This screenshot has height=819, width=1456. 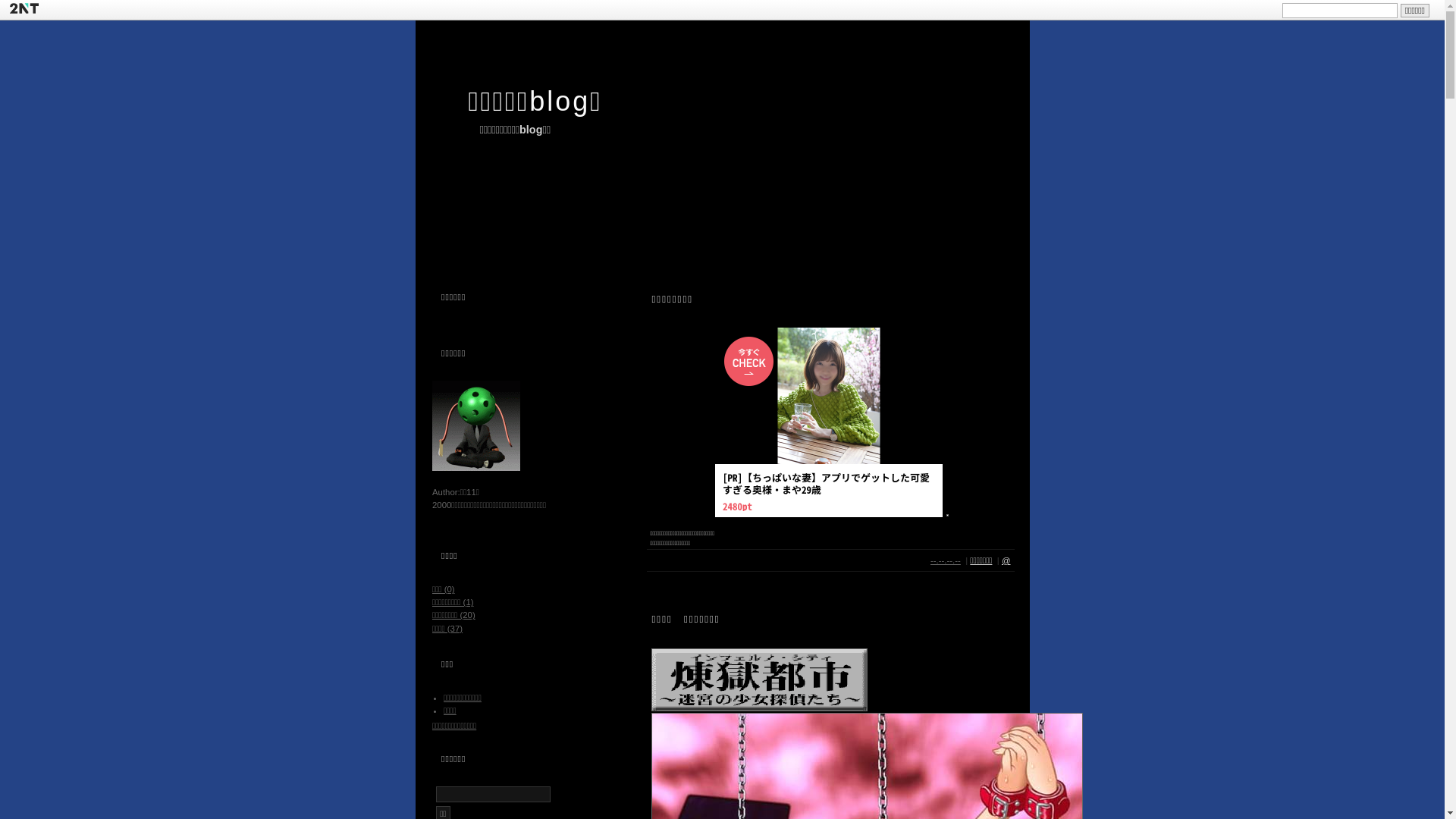 I want to click on '@', so click(x=1006, y=560).